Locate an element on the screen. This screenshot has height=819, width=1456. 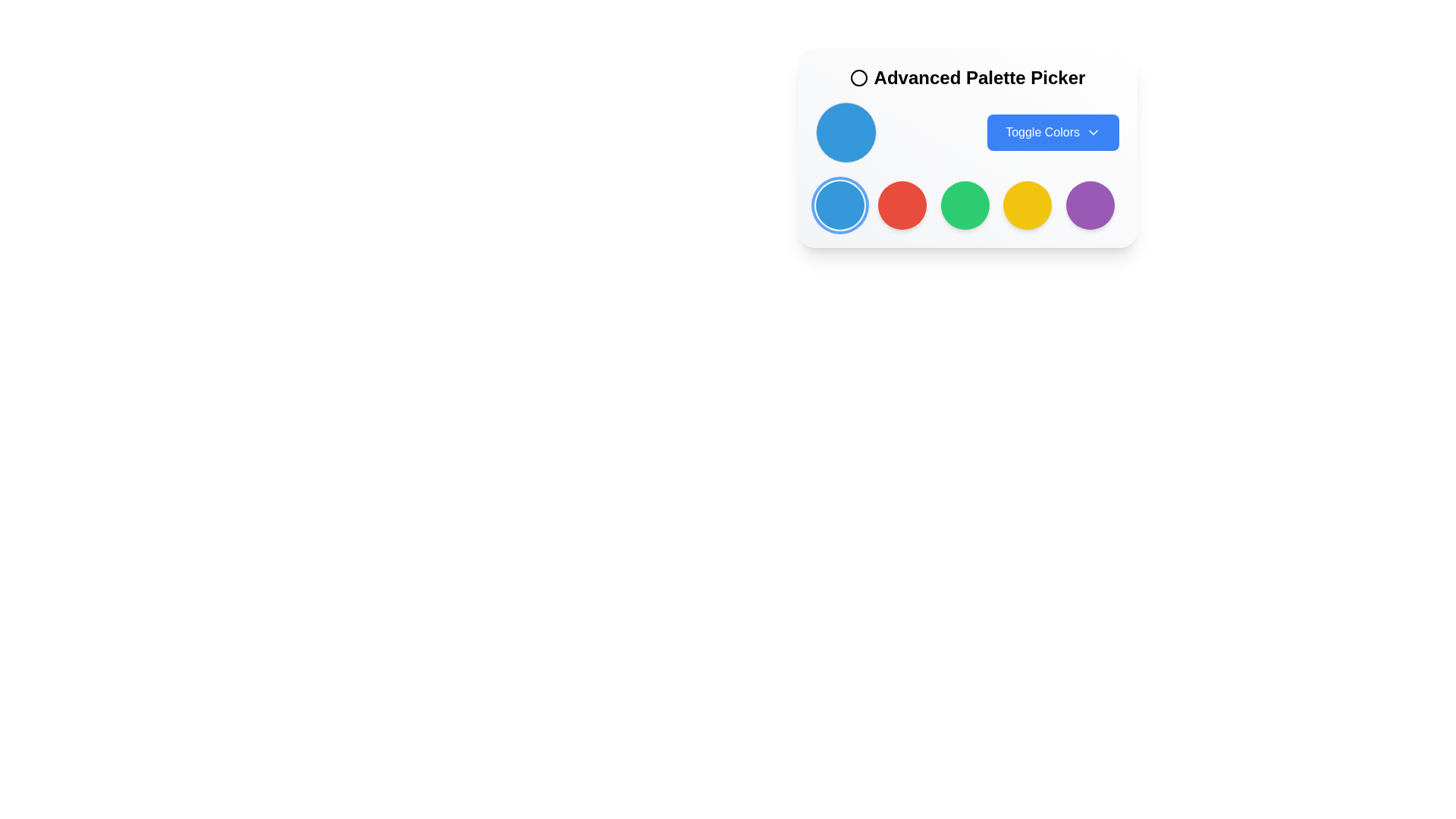
the downward chevron icon located at the right end of the 'Toggle Colors' button is located at coordinates (1093, 131).